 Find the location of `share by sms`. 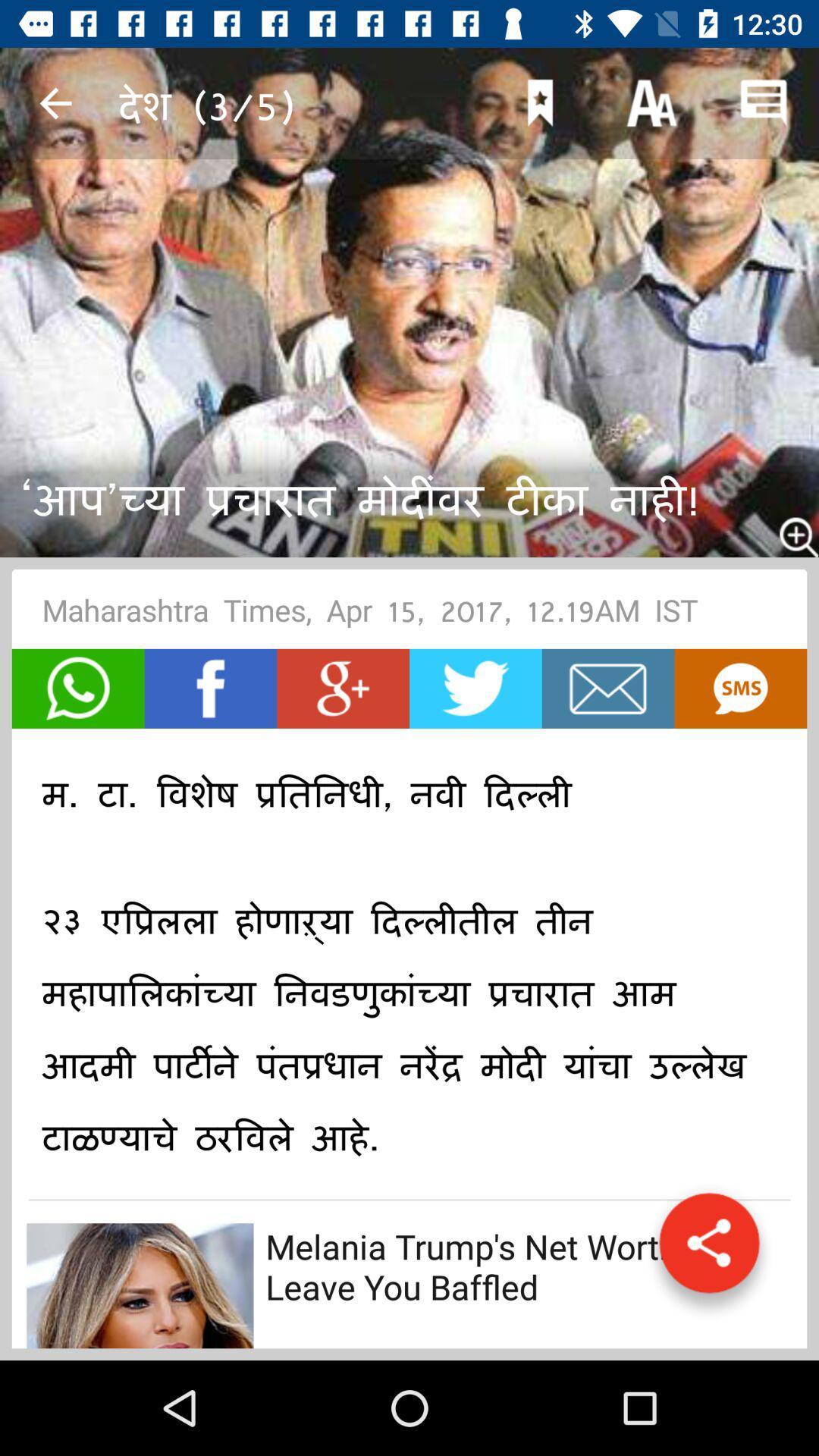

share by sms is located at coordinates (739, 688).